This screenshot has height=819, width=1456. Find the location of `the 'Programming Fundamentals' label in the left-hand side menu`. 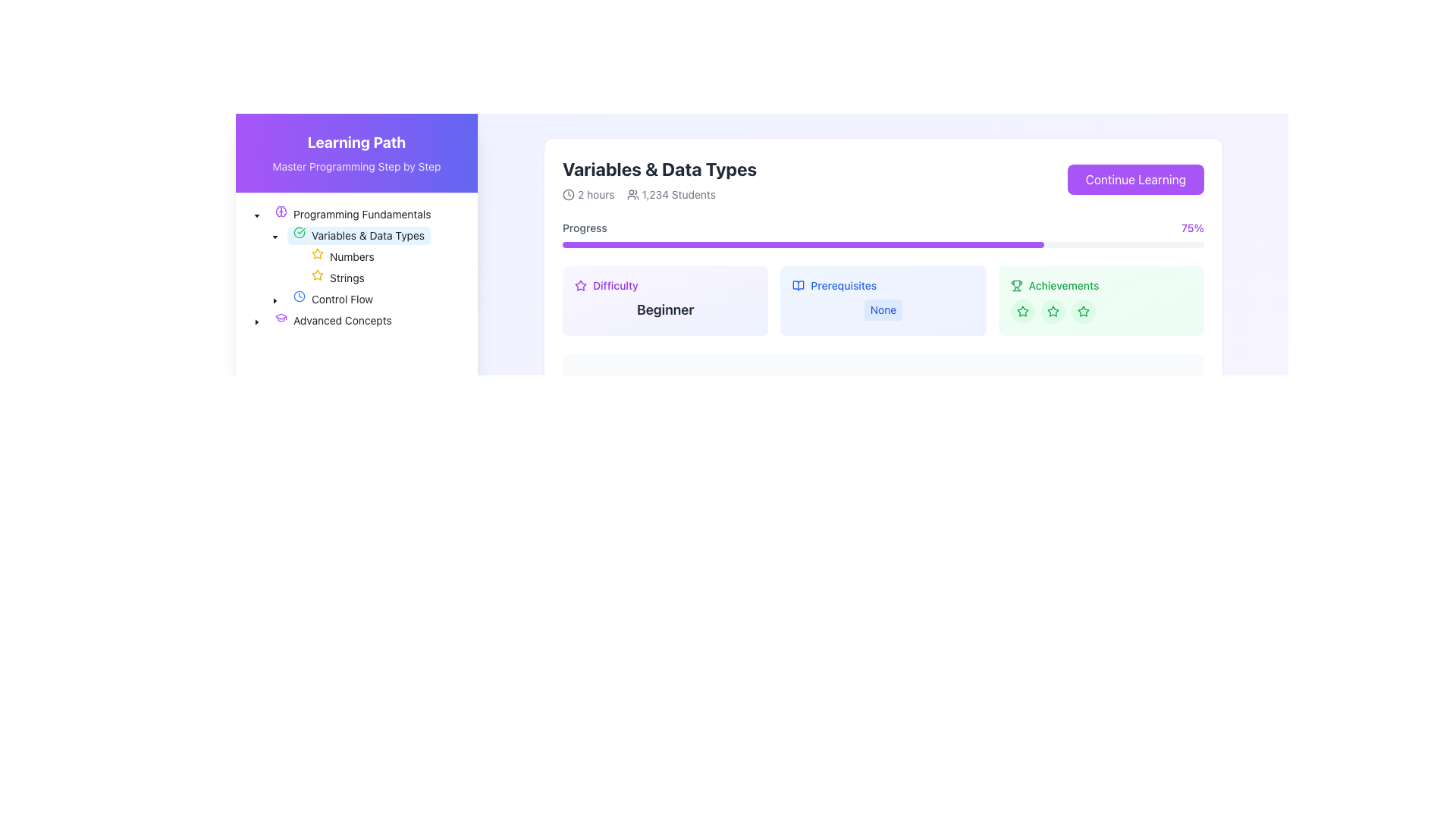

the 'Programming Fundamentals' label in the left-hand side menu is located at coordinates (352, 214).